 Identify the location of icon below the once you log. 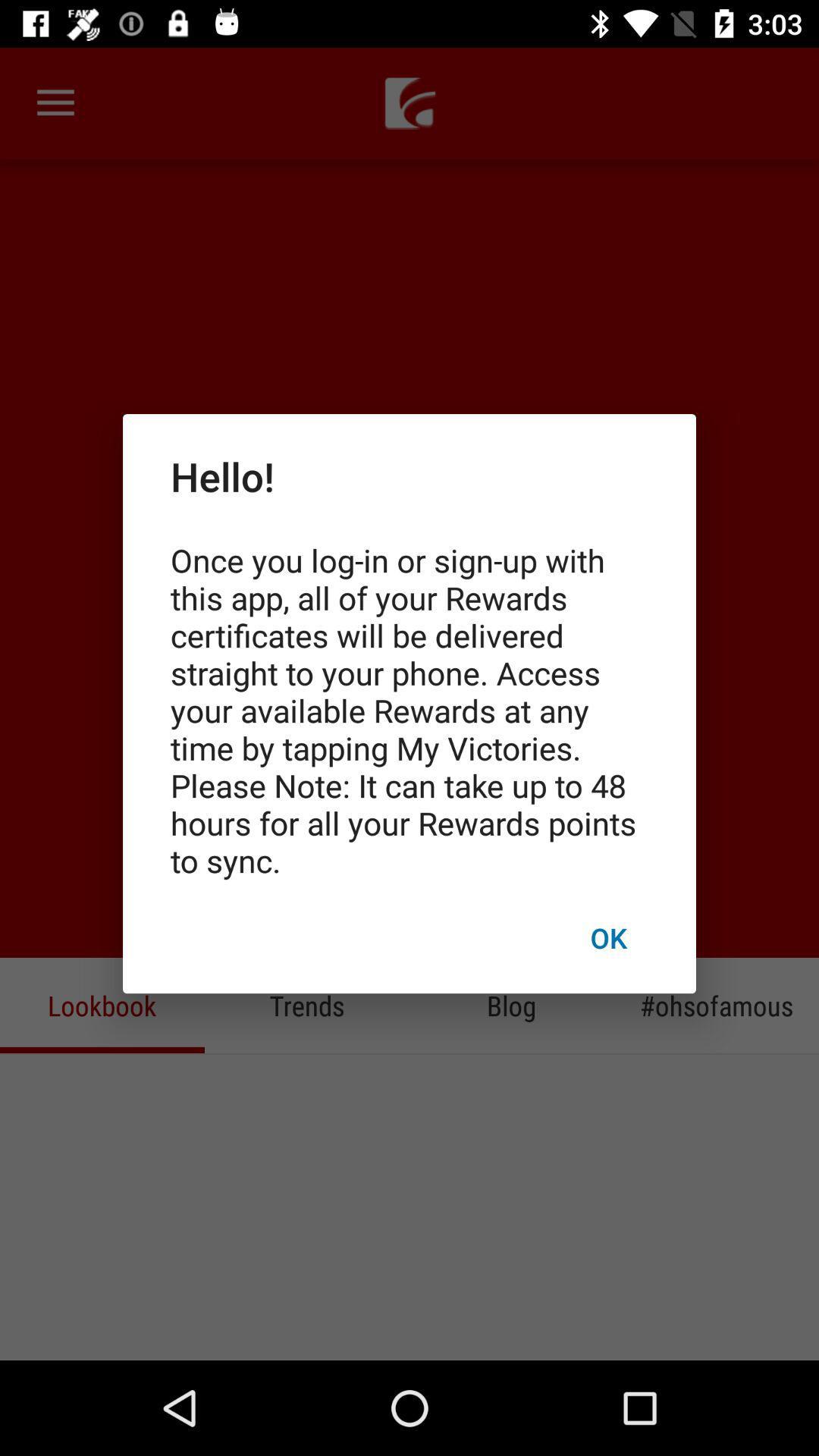
(607, 937).